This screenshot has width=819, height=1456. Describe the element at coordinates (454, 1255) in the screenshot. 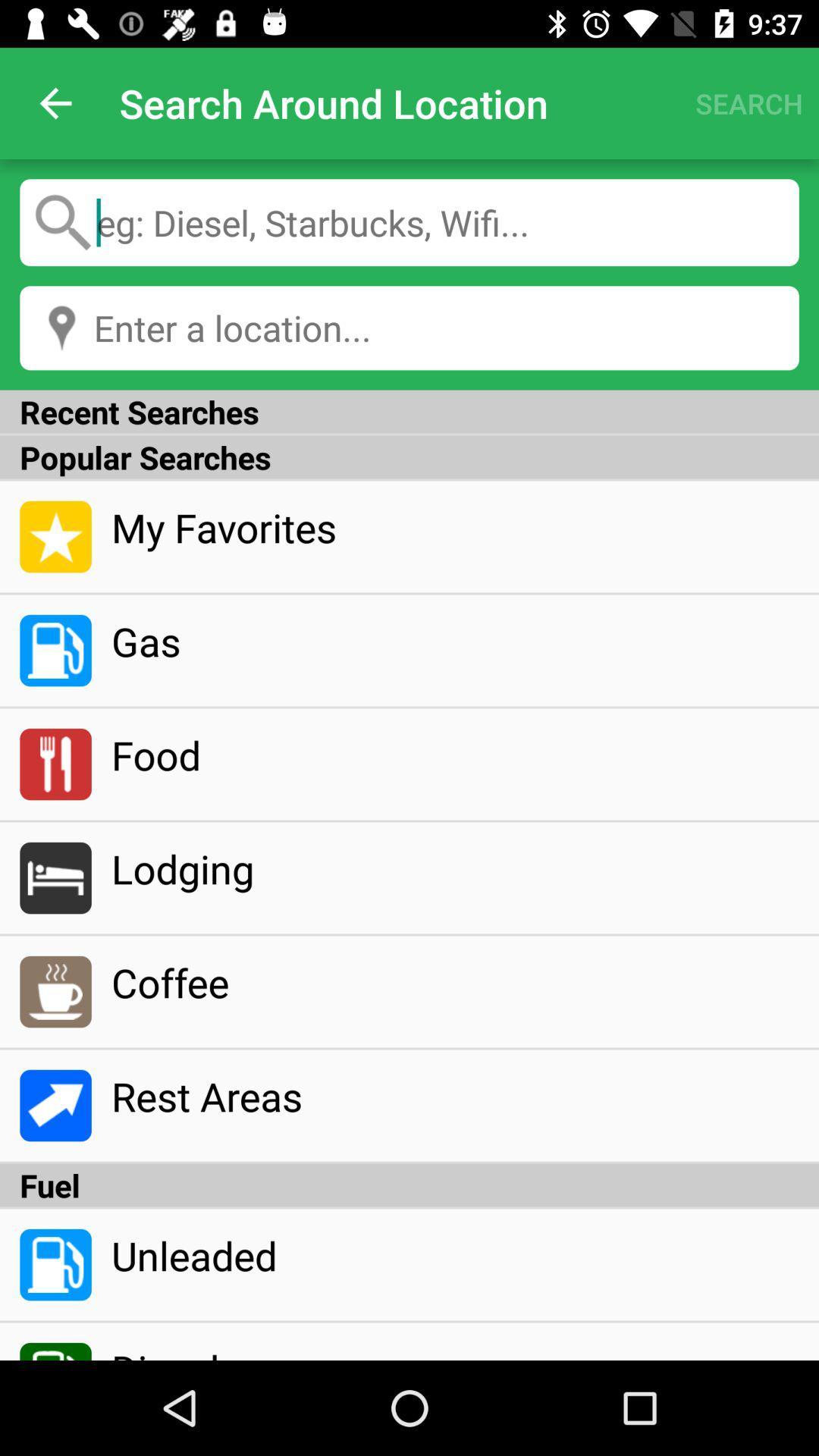

I see `icon below fuel` at that location.